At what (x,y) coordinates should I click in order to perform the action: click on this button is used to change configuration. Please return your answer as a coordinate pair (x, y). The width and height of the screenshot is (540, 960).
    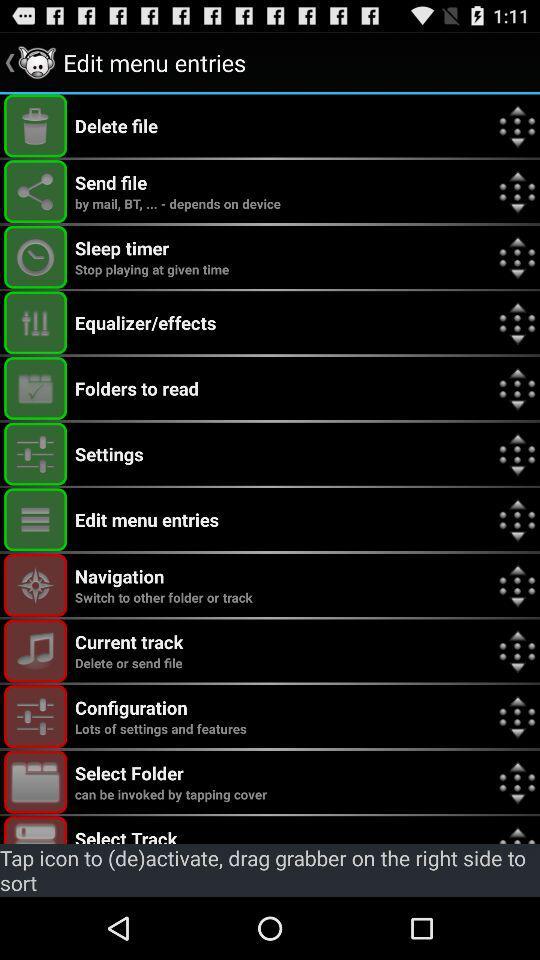
    Looking at the image, I should click on (35, 716).